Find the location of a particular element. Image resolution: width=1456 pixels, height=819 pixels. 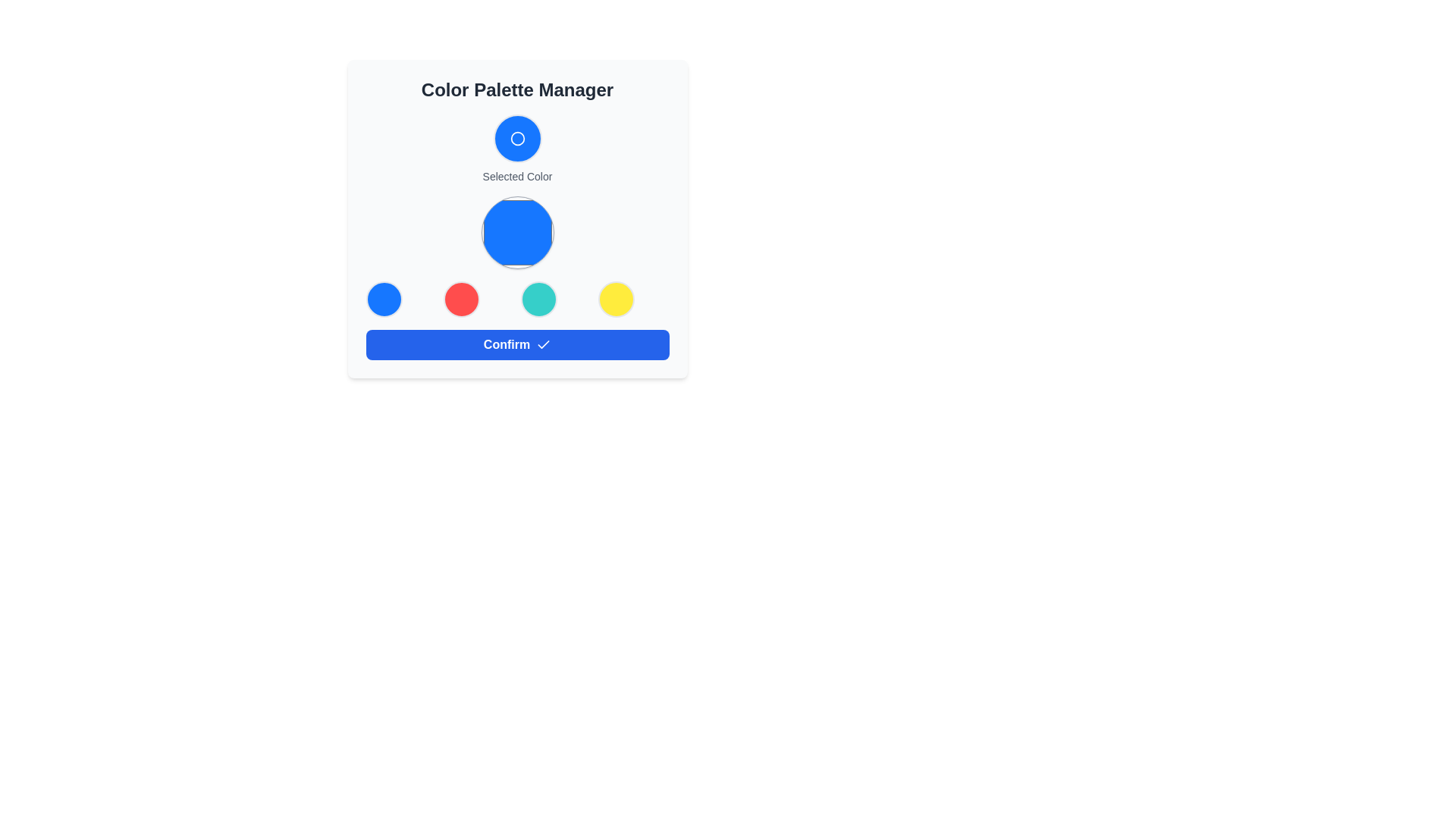

the small blue outlined checkmark icon located to the right side of the 'Confirm' button is located at coordinates (544, 345).